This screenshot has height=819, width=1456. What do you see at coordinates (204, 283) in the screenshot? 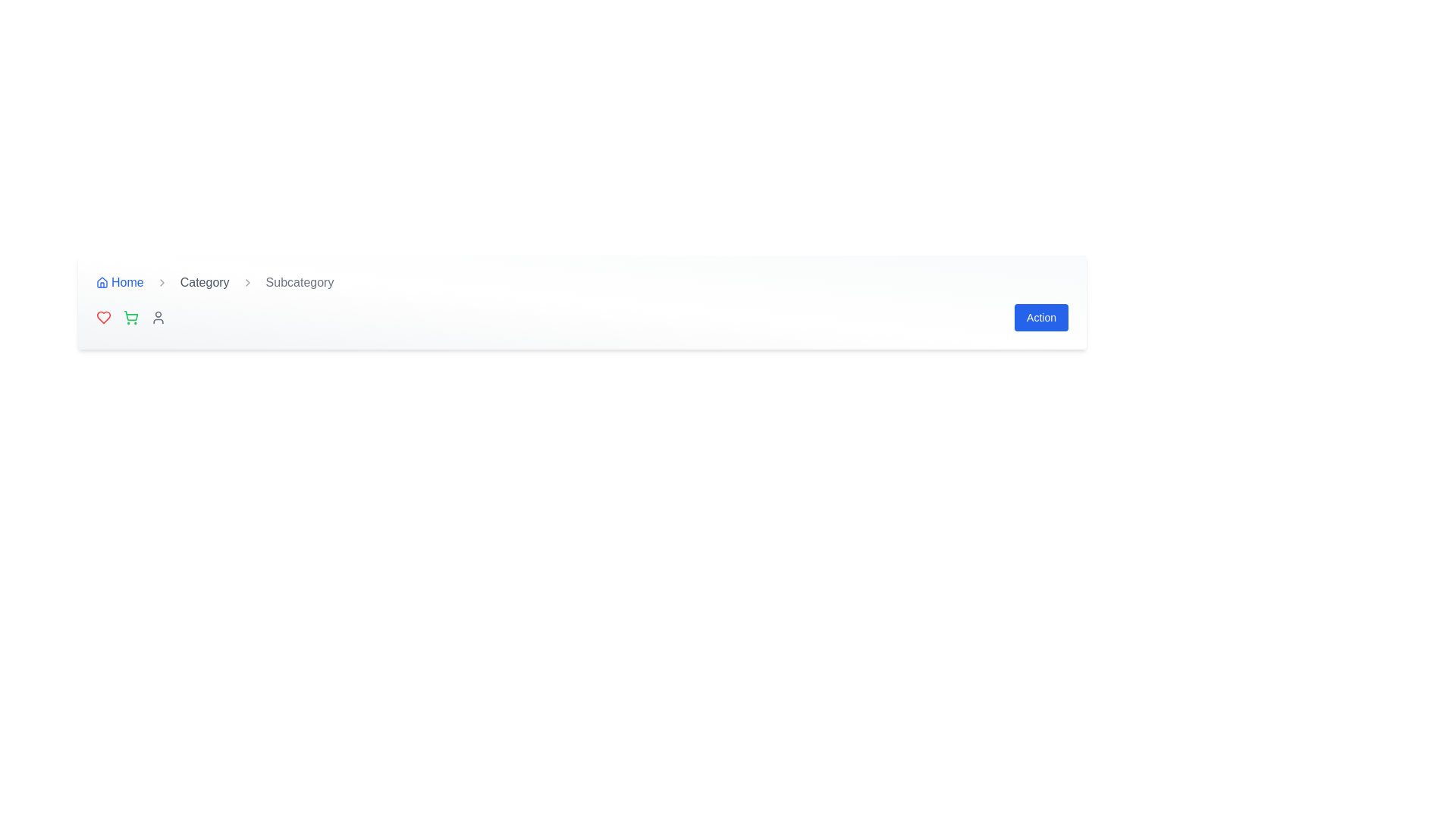
I see `the 'Category' hyperlink in the breadcrumb navigation bar` at bounding box center [204, 283].